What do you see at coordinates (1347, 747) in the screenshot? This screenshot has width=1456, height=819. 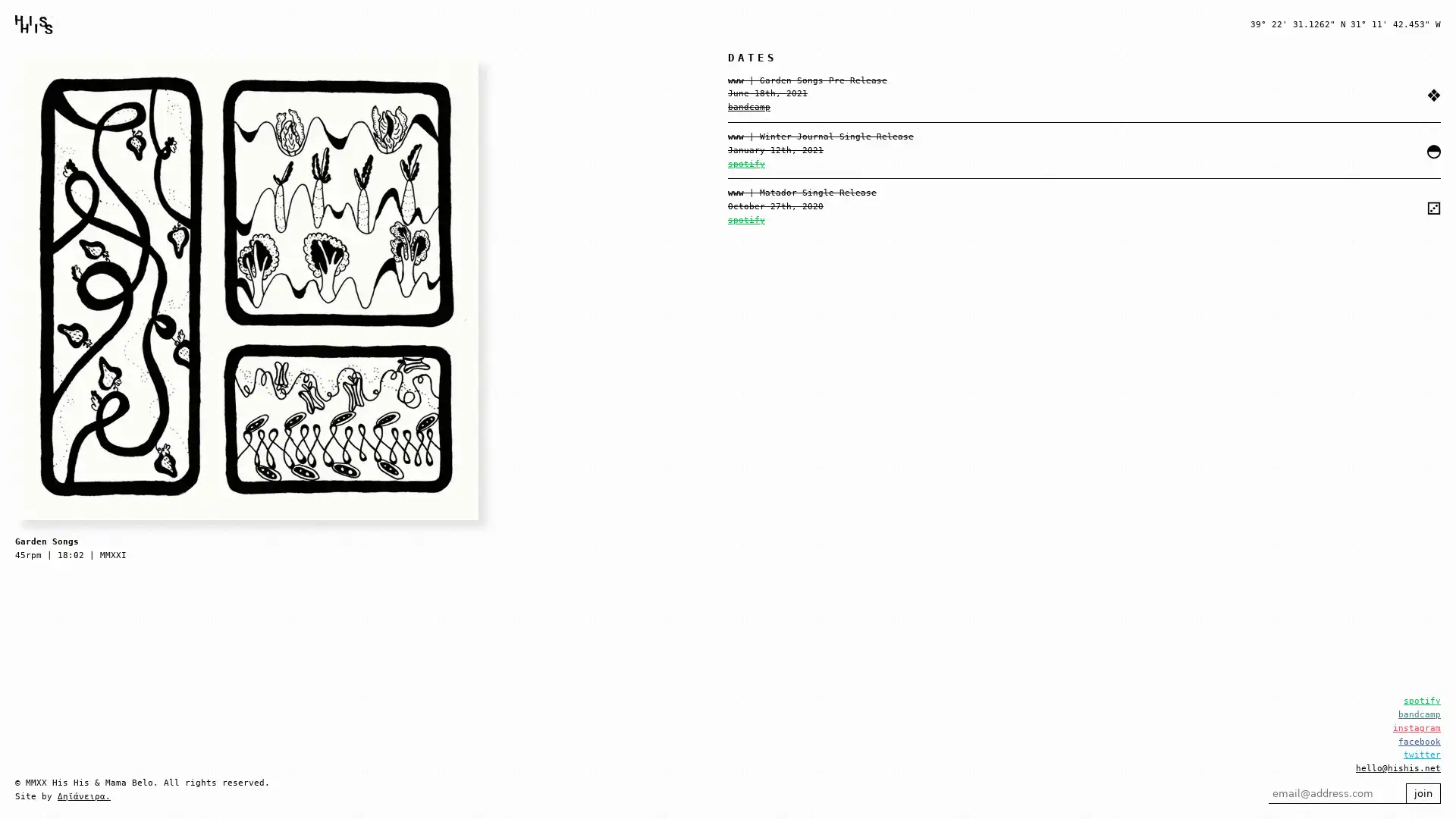 I see `join` at bounding box center [1347, 747].